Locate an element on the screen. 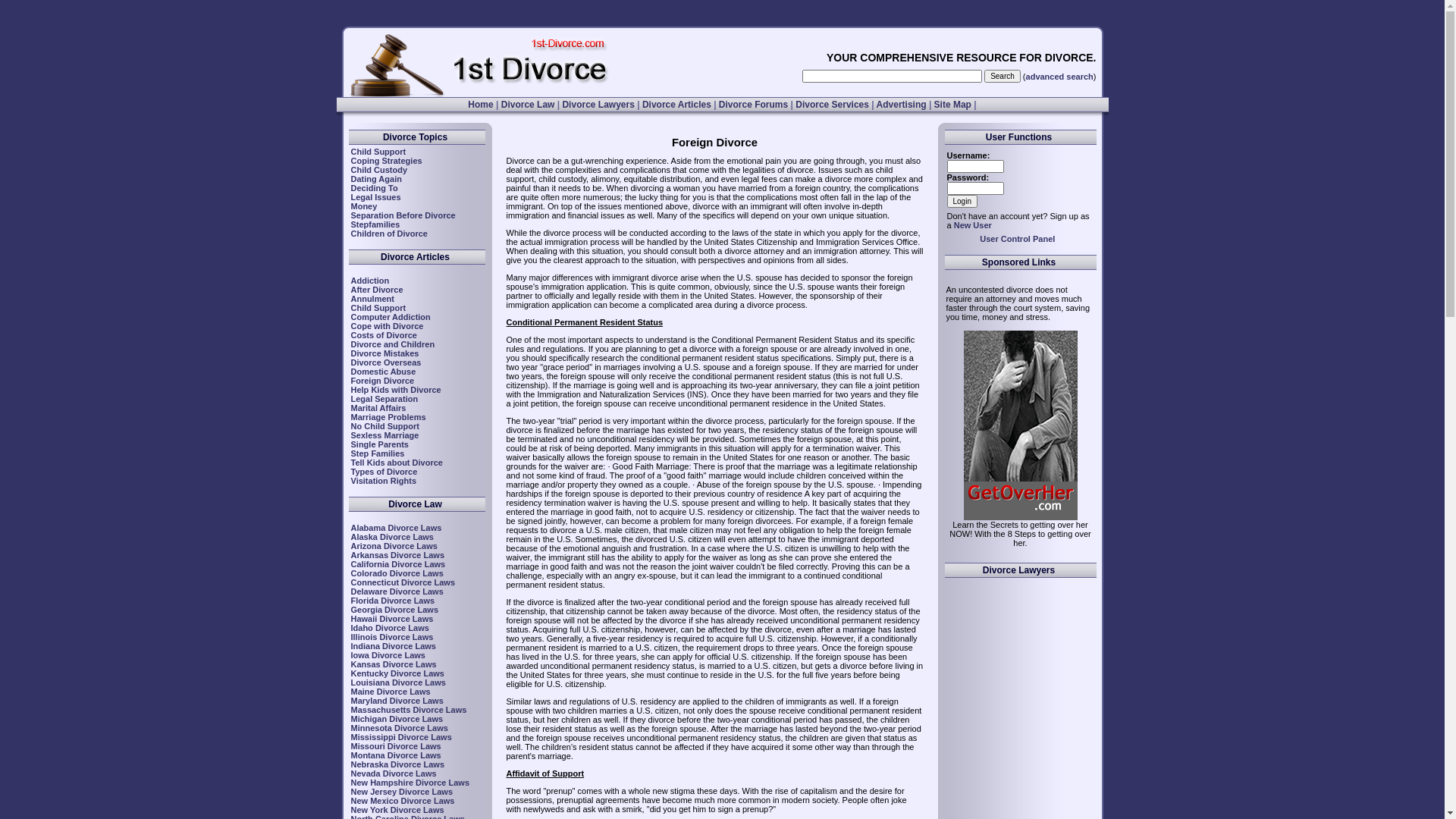  'Divorce Overseas' is located at coordinates (385, 362).